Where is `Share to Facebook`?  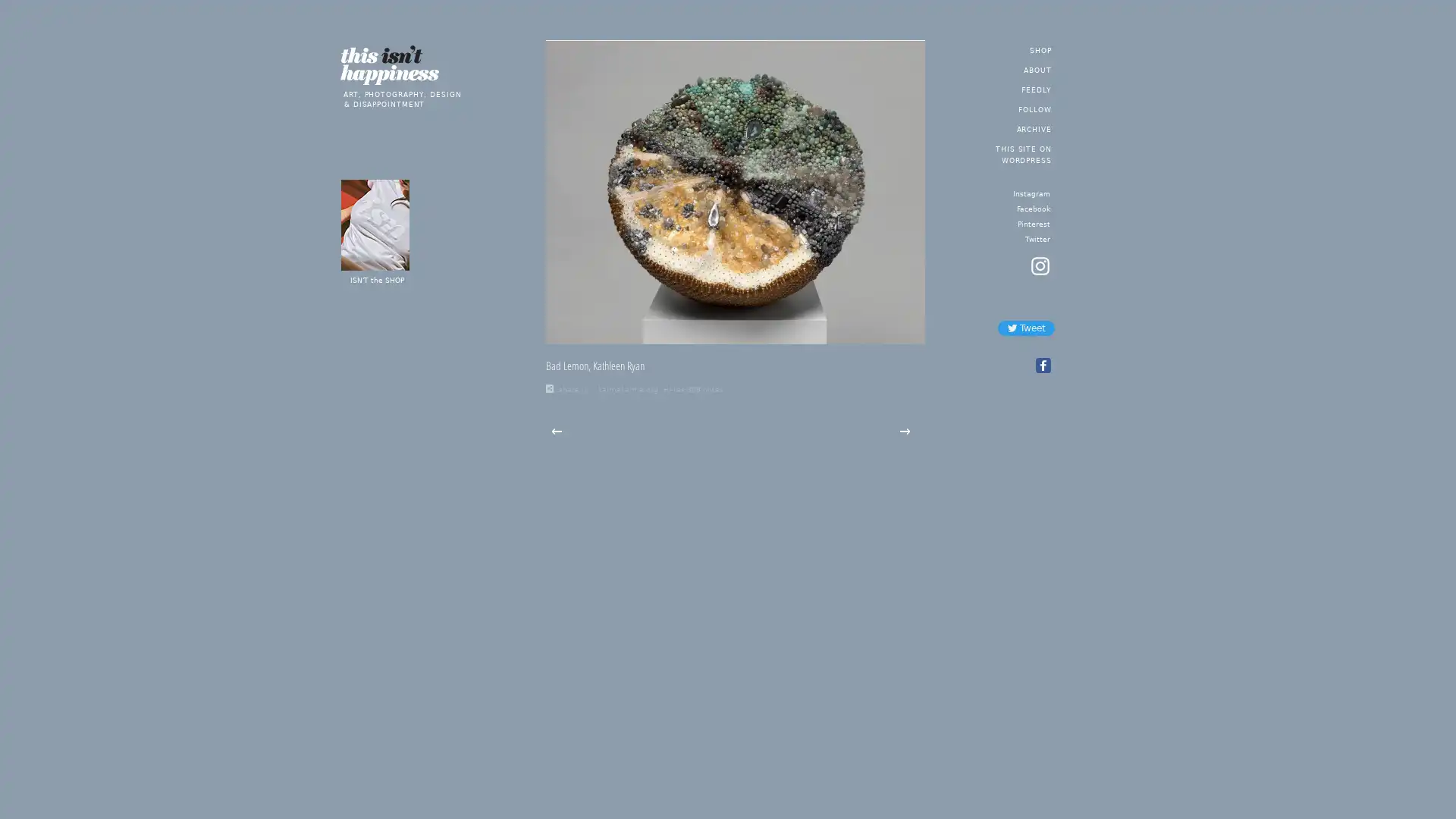 Share to Facebook is located at coordinates (1041, 366).